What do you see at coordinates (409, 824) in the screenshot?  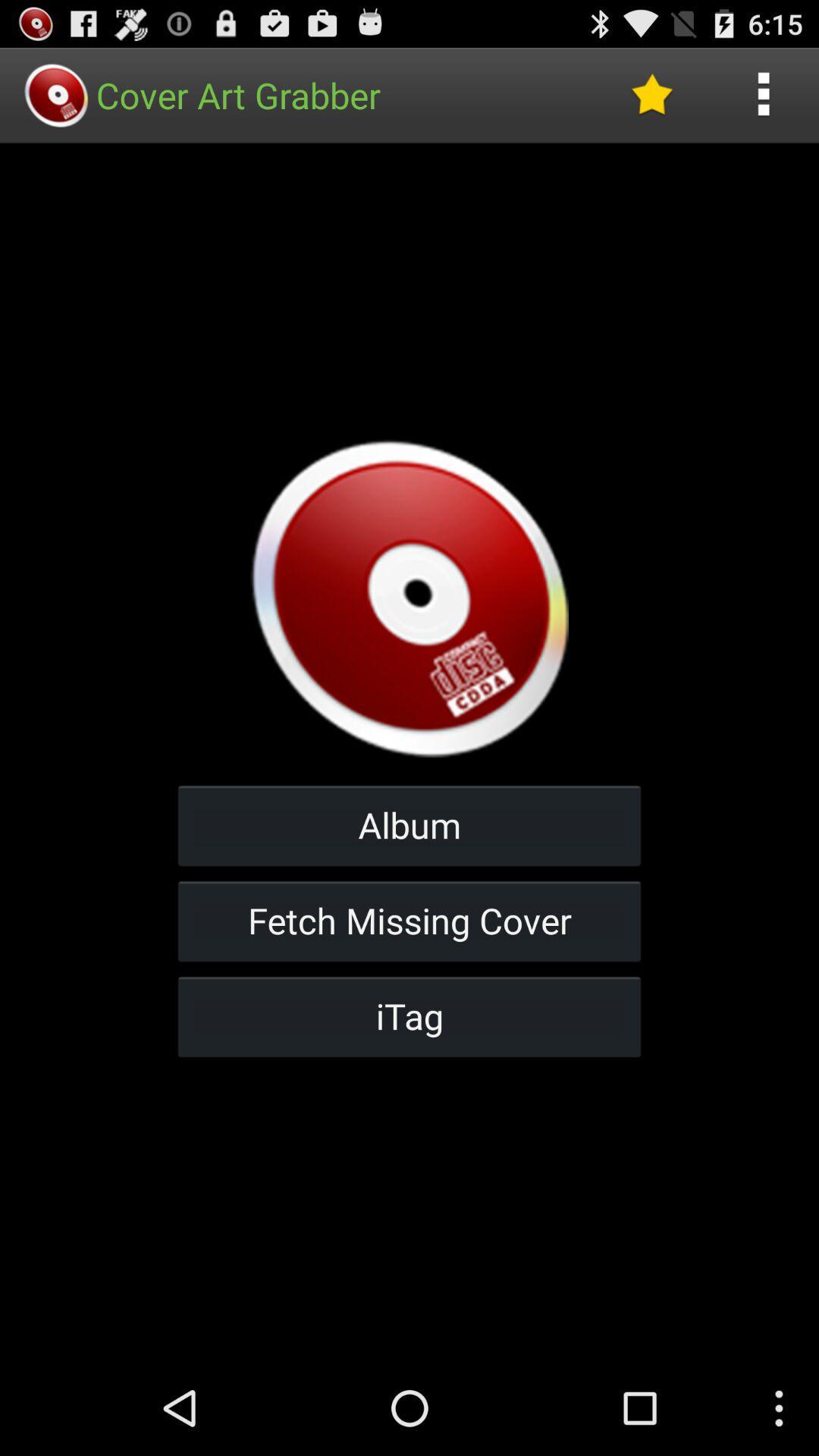 I see `album button` at bounding box center [409, 824].